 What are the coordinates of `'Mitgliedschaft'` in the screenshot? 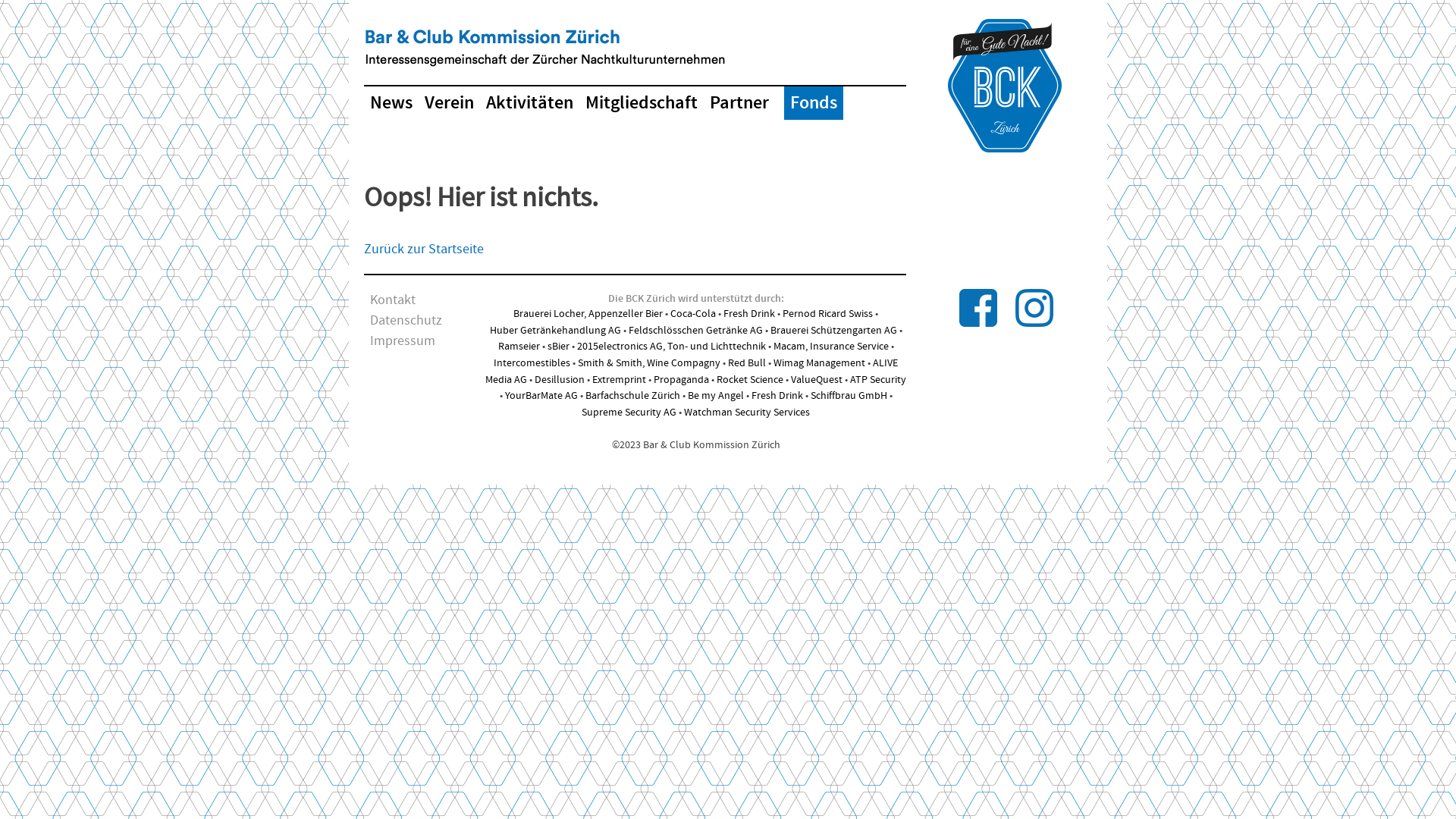 It's located at (578, 102).